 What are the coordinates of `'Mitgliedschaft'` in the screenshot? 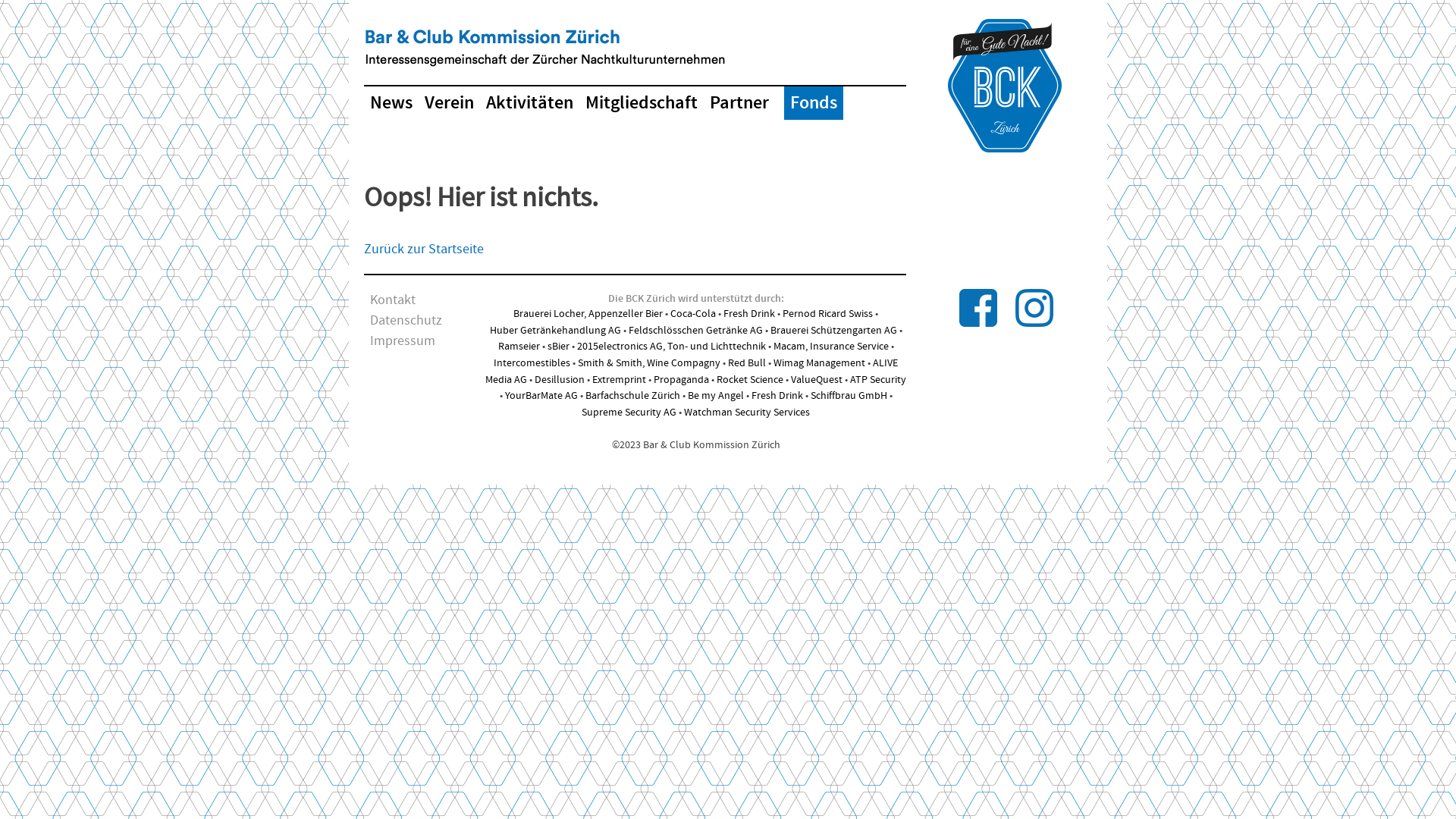 It's located at (578, 102).